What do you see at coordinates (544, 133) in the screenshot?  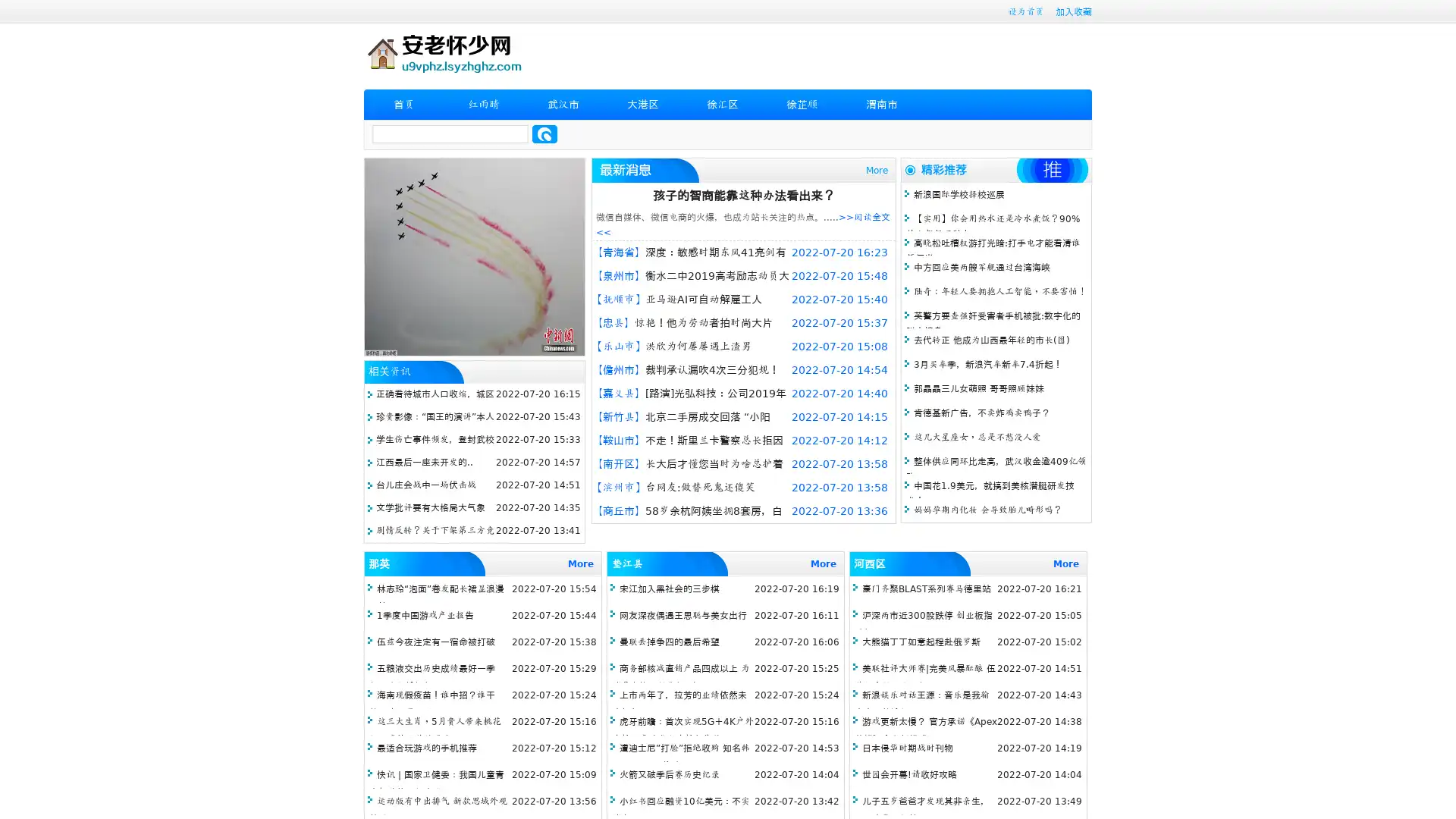 I see `Search` at bounding box center [544, 133].